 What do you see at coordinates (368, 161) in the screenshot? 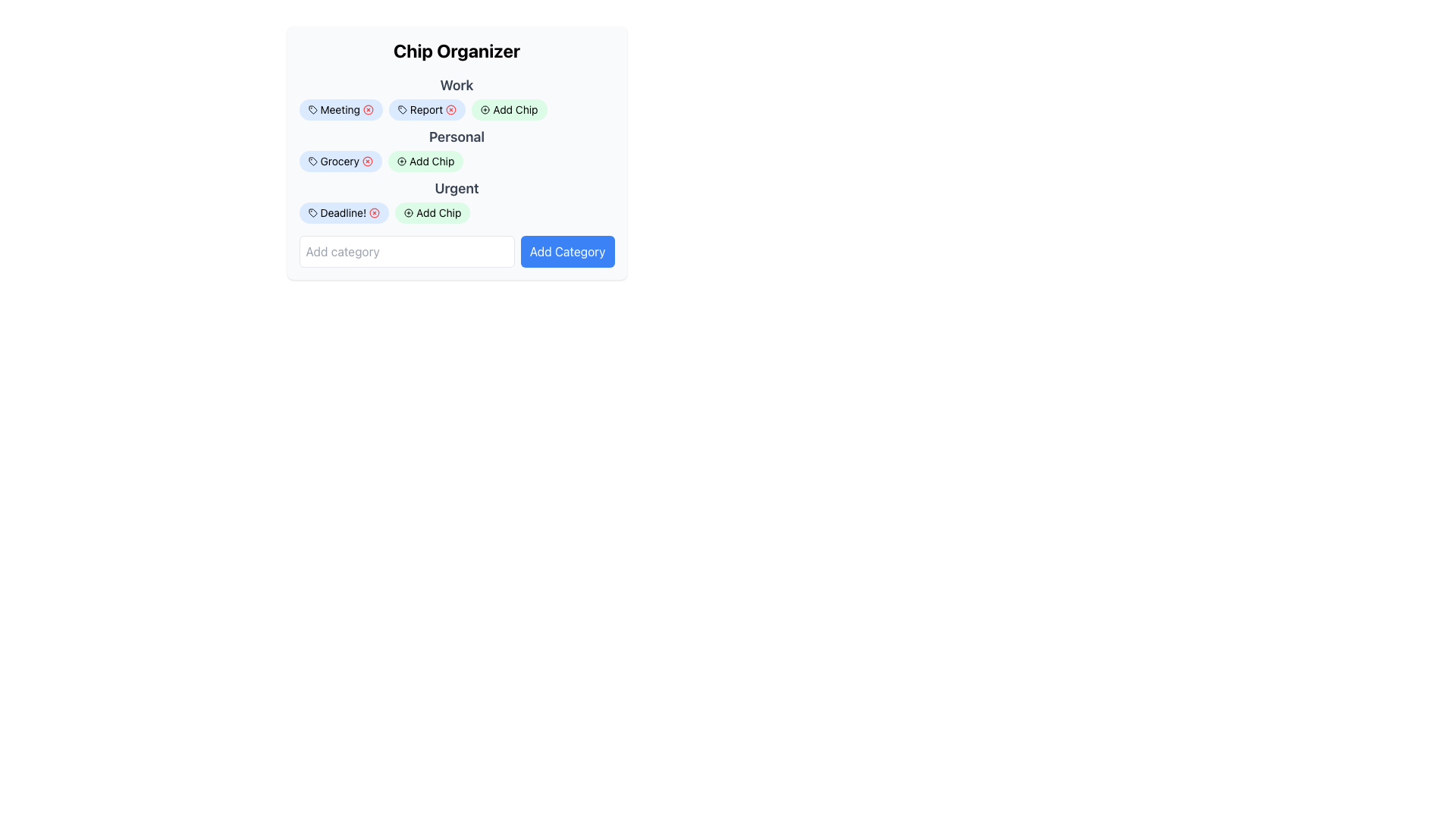
I see `the Close/Delete Button` at bounding box center [368, 161].